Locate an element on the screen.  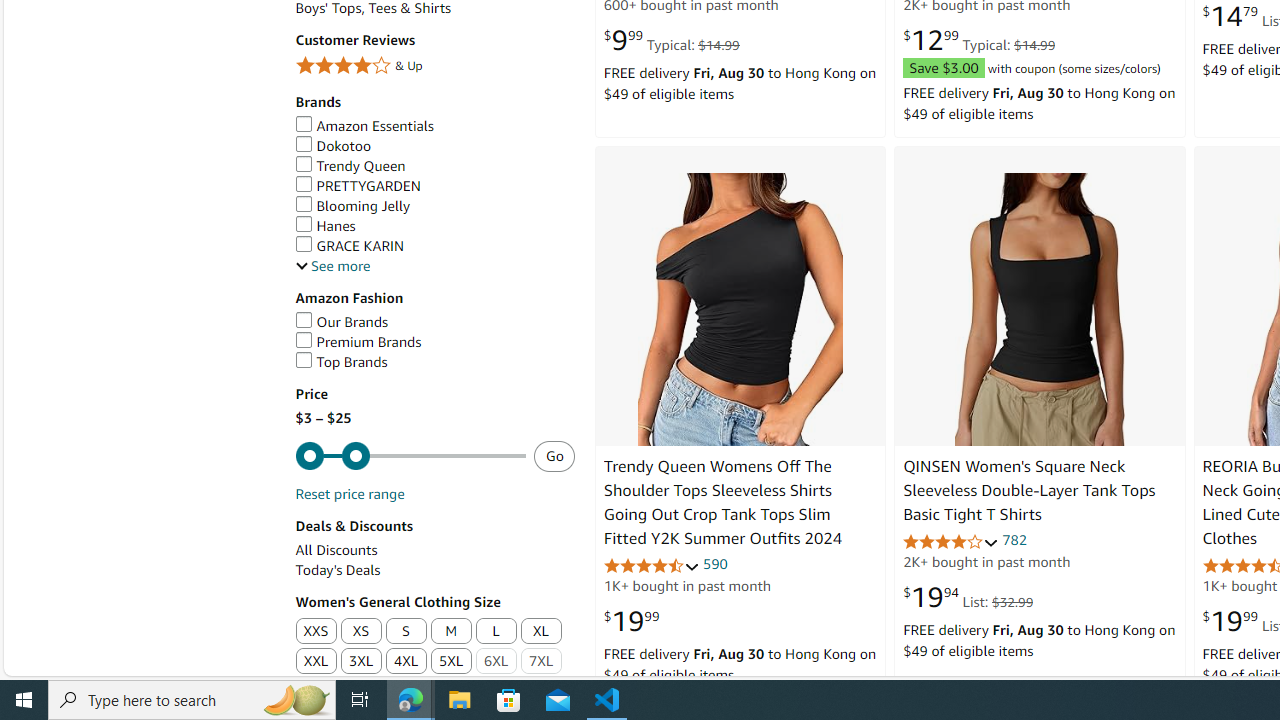
'XXL' is located at coordinates (314, 662).